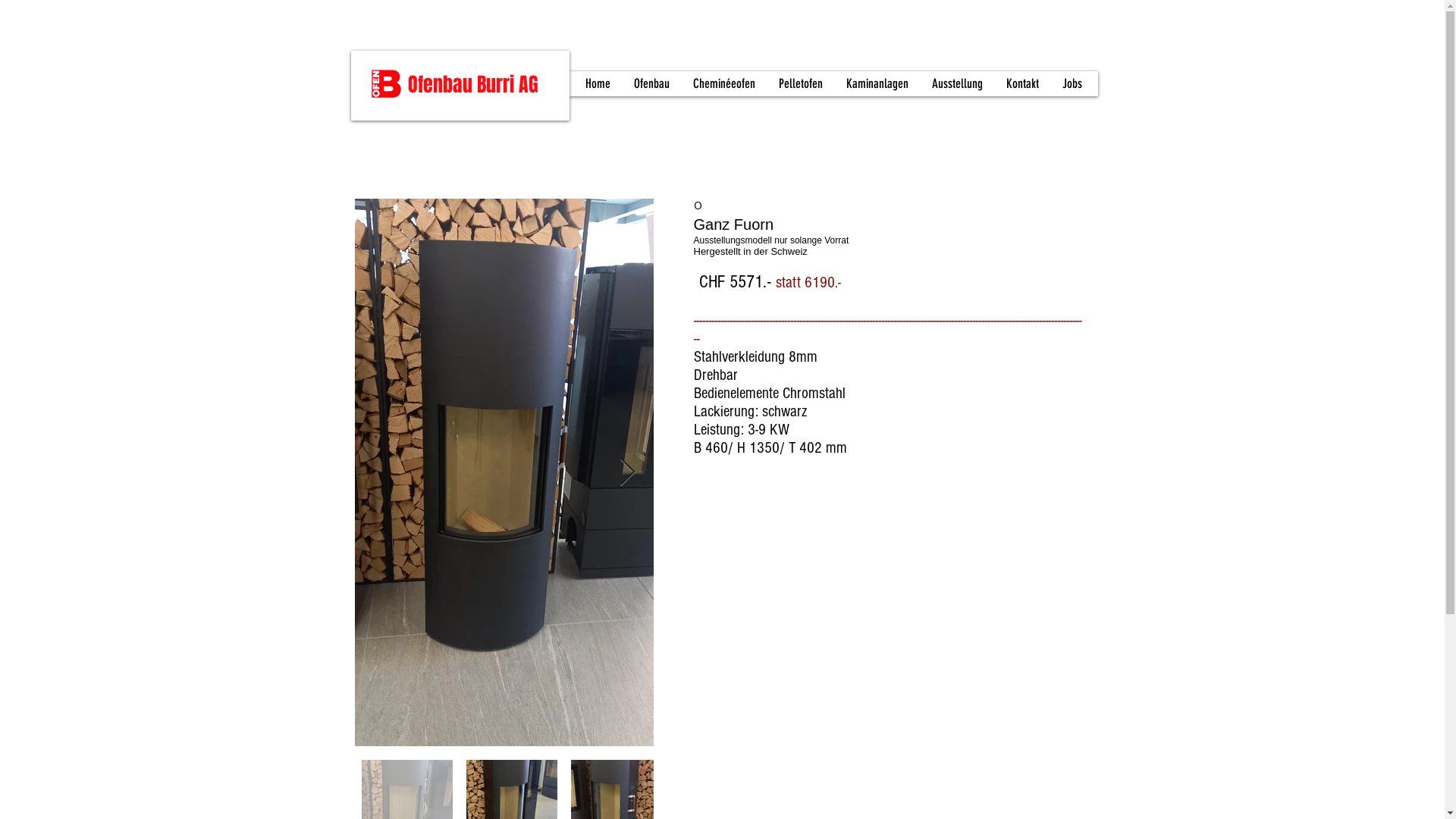  What do you see at coordinates (407, 84) in the screenshot?
I see `'Ofenbau Burri AG'` at bounding box center [407, 84].